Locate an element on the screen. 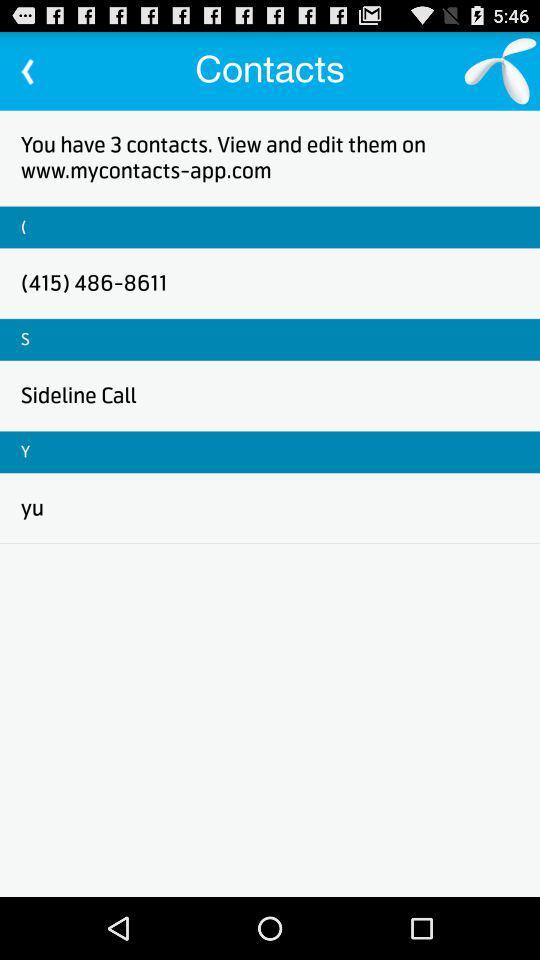 The image size is (540, 960). item above the (415) 486-8611 icon is located at coordinates (22, 227).